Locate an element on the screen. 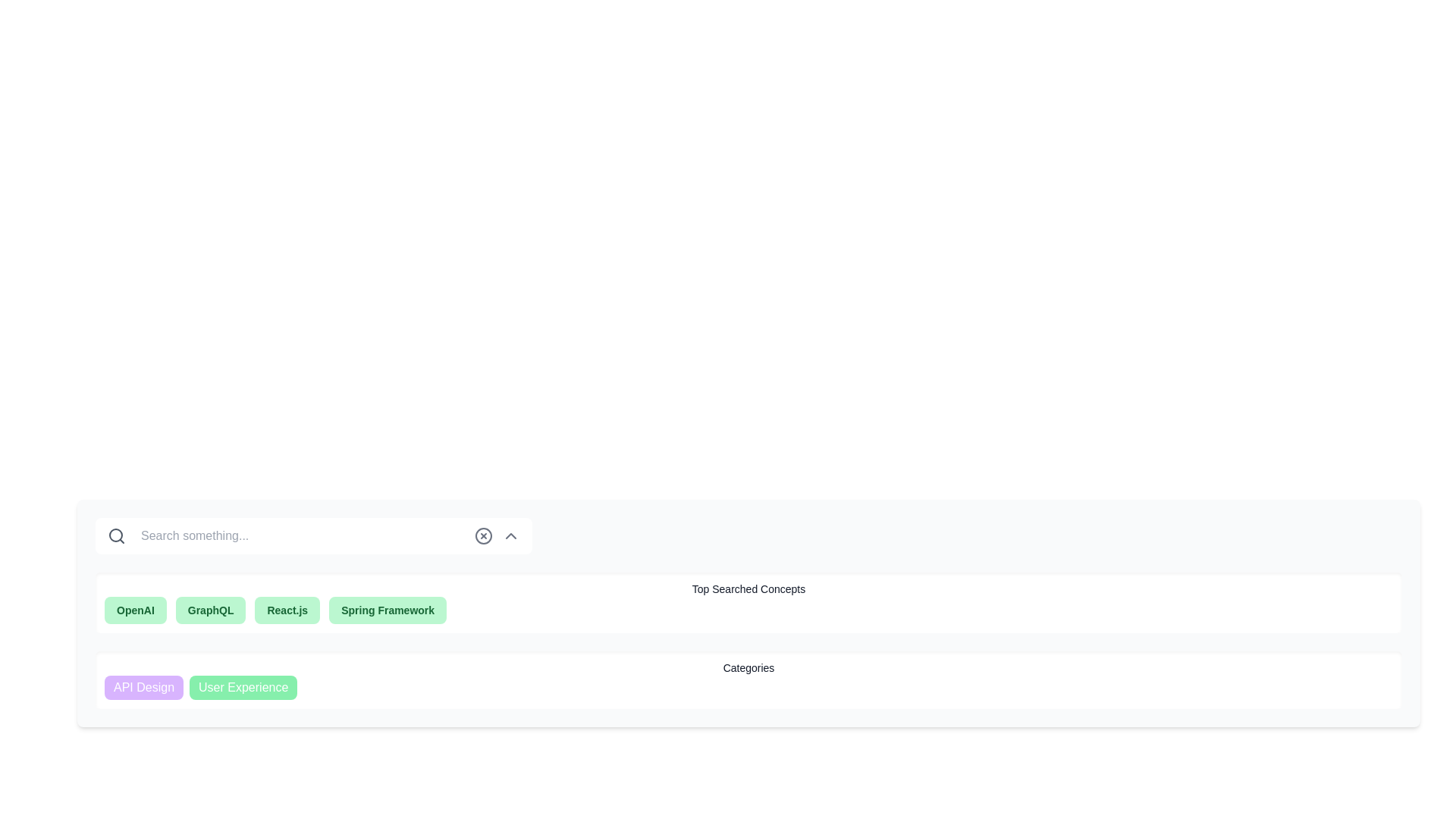 Image resolution: width=1456 pixels, height=819 pixels. the magnifying glass icon located at the far left of the search input field to initiate the search is located at coordinates (115, 535).